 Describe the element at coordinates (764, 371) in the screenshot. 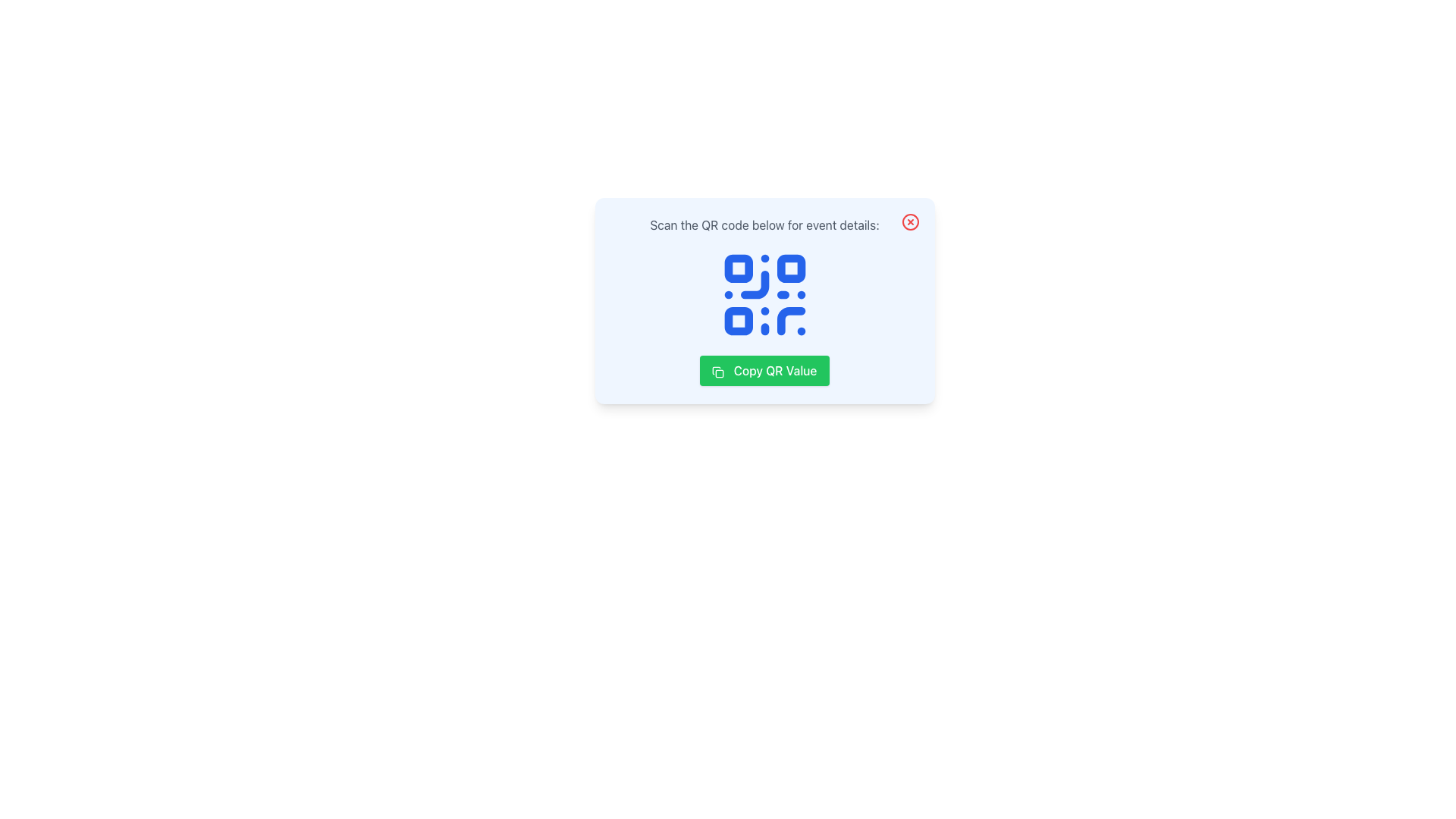

I see `the green button labeled 'Copy QR Value' with an icon of two overlapping sheets to copy the QR value` at that location.